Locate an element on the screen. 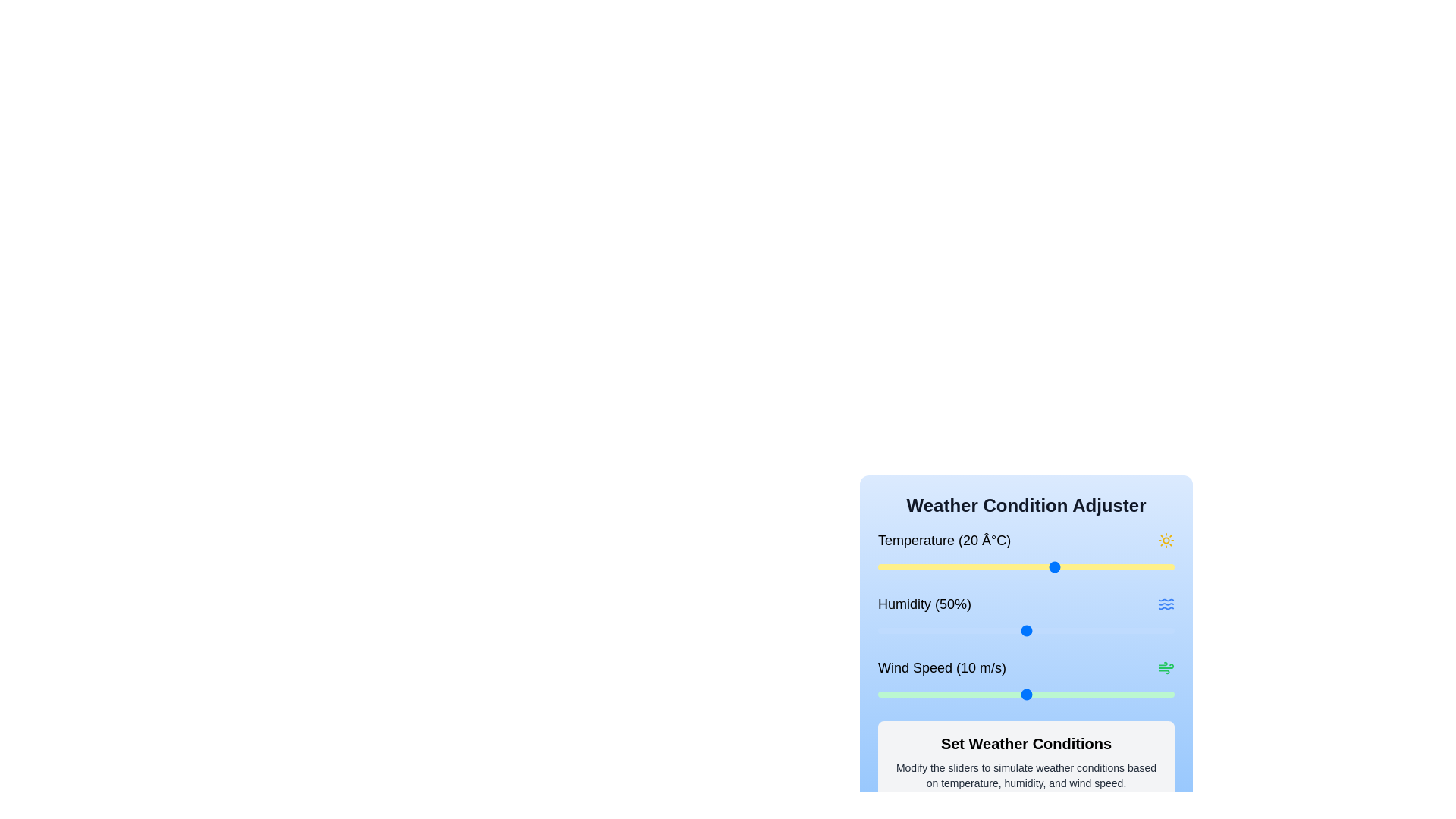 The width and height of the screenshot is (1456, 819). the temperature slider to set the temperature to 18 degrees Celsius is located at coordinates (1043, 567).